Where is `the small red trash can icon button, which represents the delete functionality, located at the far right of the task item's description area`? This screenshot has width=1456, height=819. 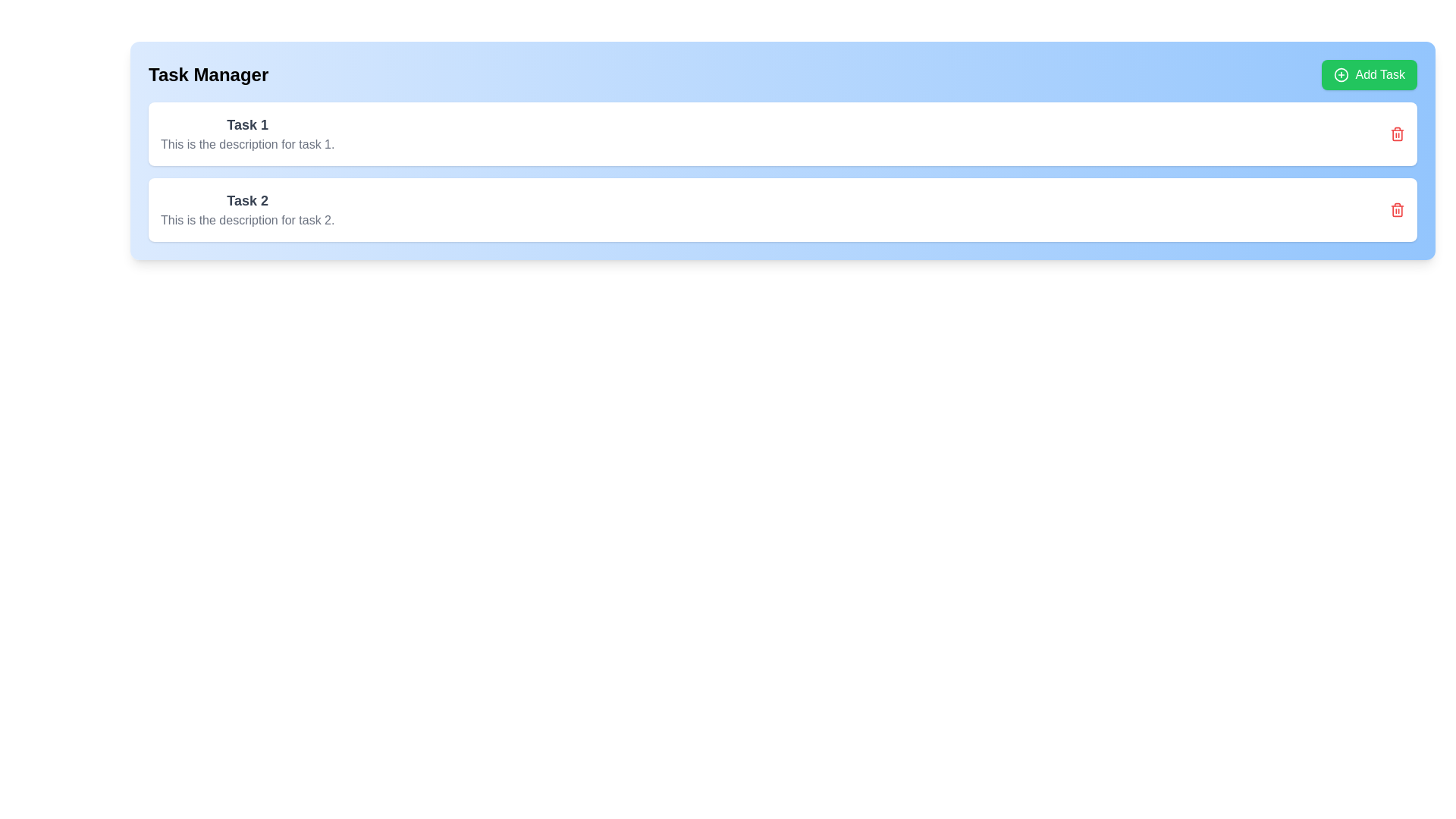 the small red trash can icon button, which represents the delete functionality, located at the far right of the task item's description area is located at coordinates (1397, 133).